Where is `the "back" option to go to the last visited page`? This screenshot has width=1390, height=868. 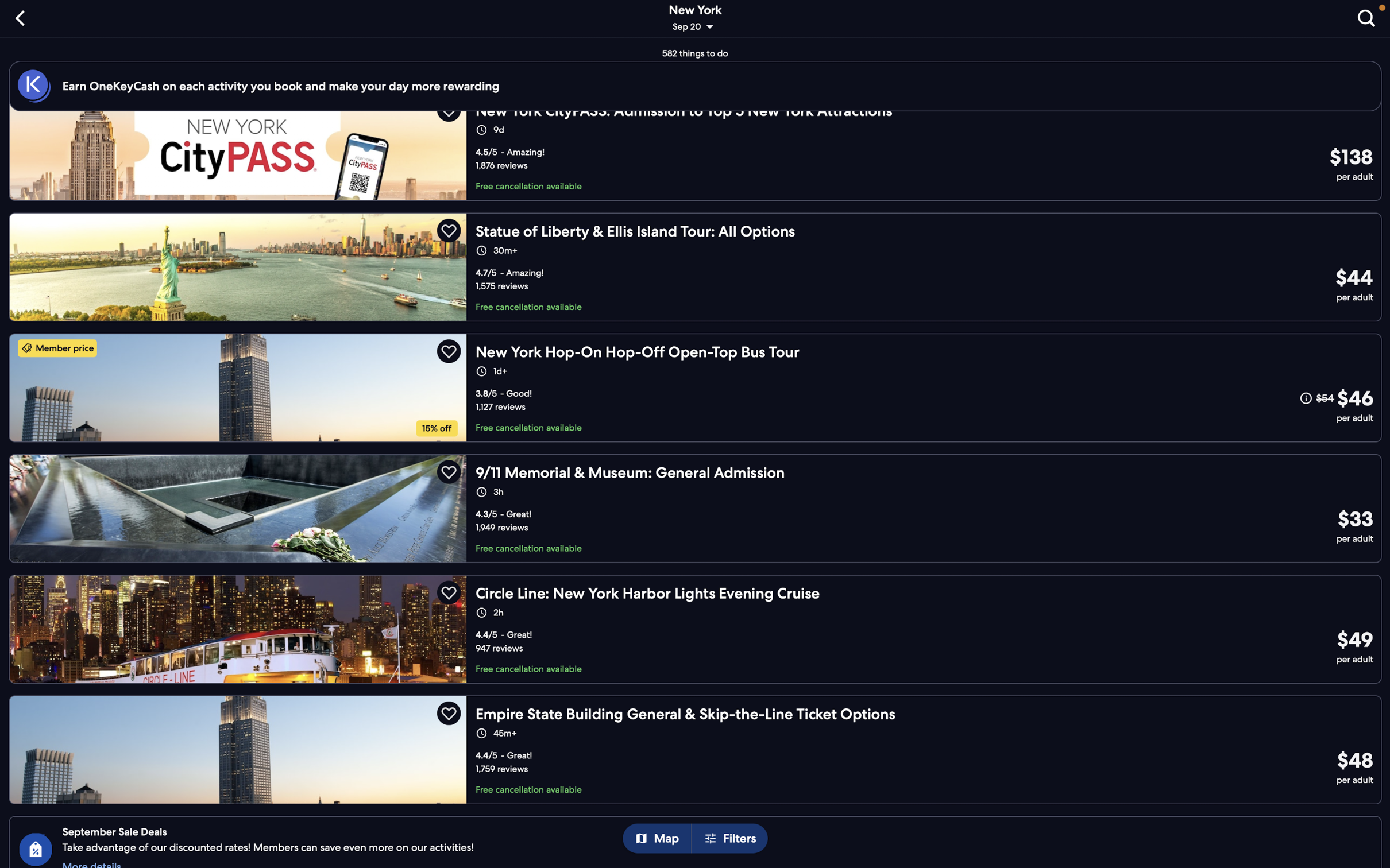
the "back" option to go to the last visited page is located at coordinates (22, 17).